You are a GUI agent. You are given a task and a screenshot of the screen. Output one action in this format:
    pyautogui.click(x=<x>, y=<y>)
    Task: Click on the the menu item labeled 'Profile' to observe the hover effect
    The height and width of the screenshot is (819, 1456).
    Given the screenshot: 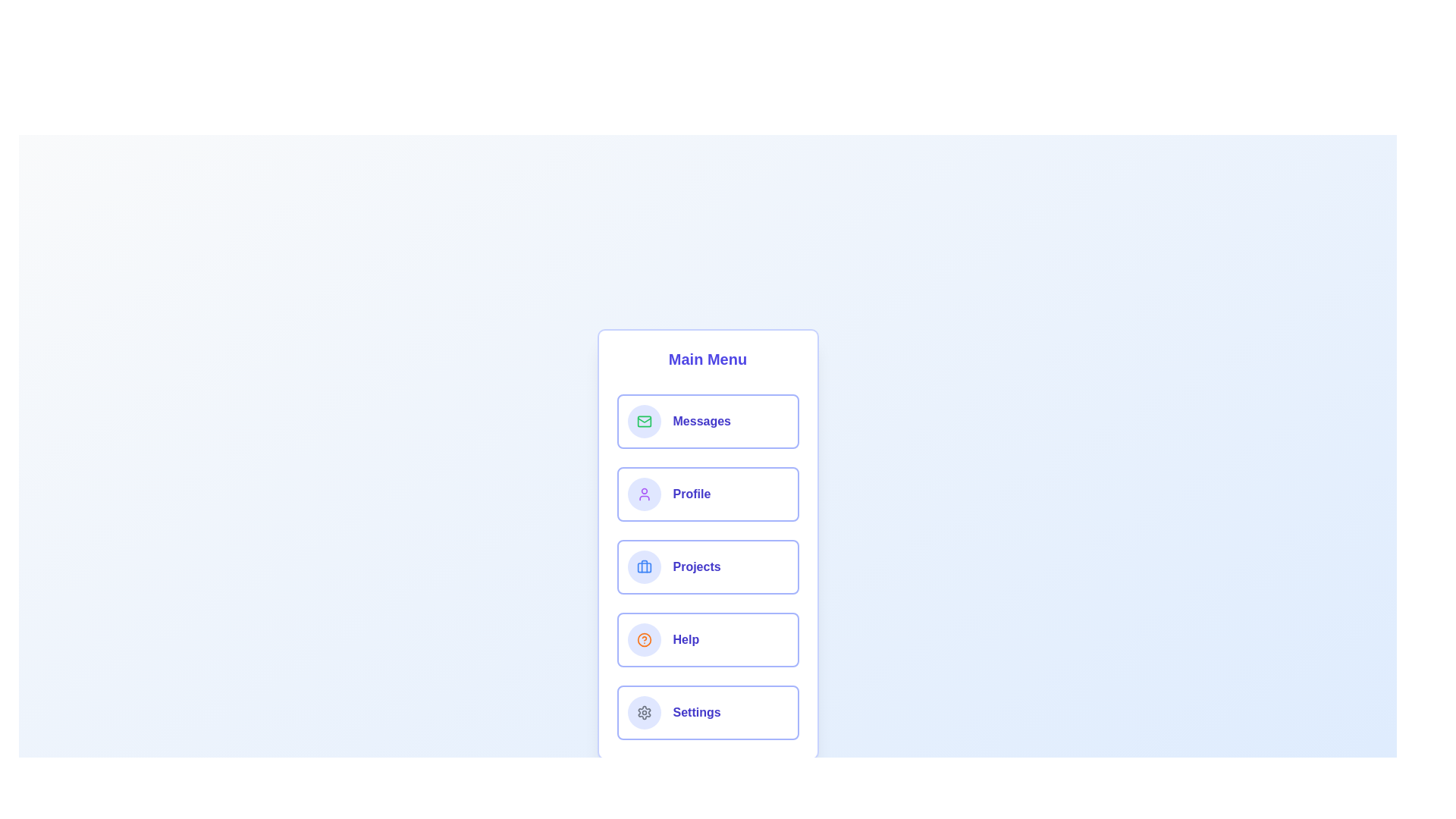 What is the action you would take?
    pyautogui.click(x=707, y=494)
    